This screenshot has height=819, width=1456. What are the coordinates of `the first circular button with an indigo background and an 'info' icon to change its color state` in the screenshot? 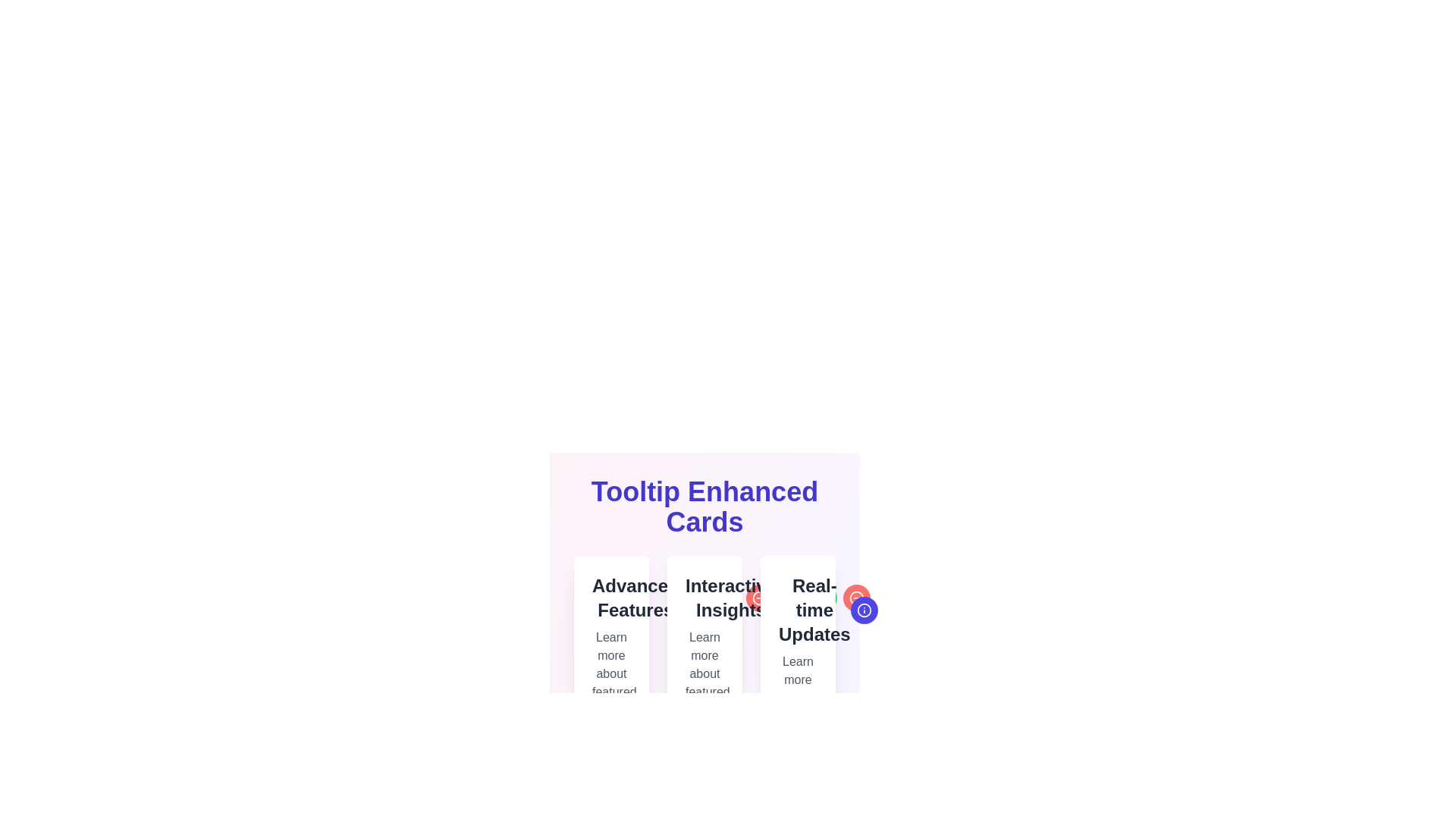 It's located at (789, 598).